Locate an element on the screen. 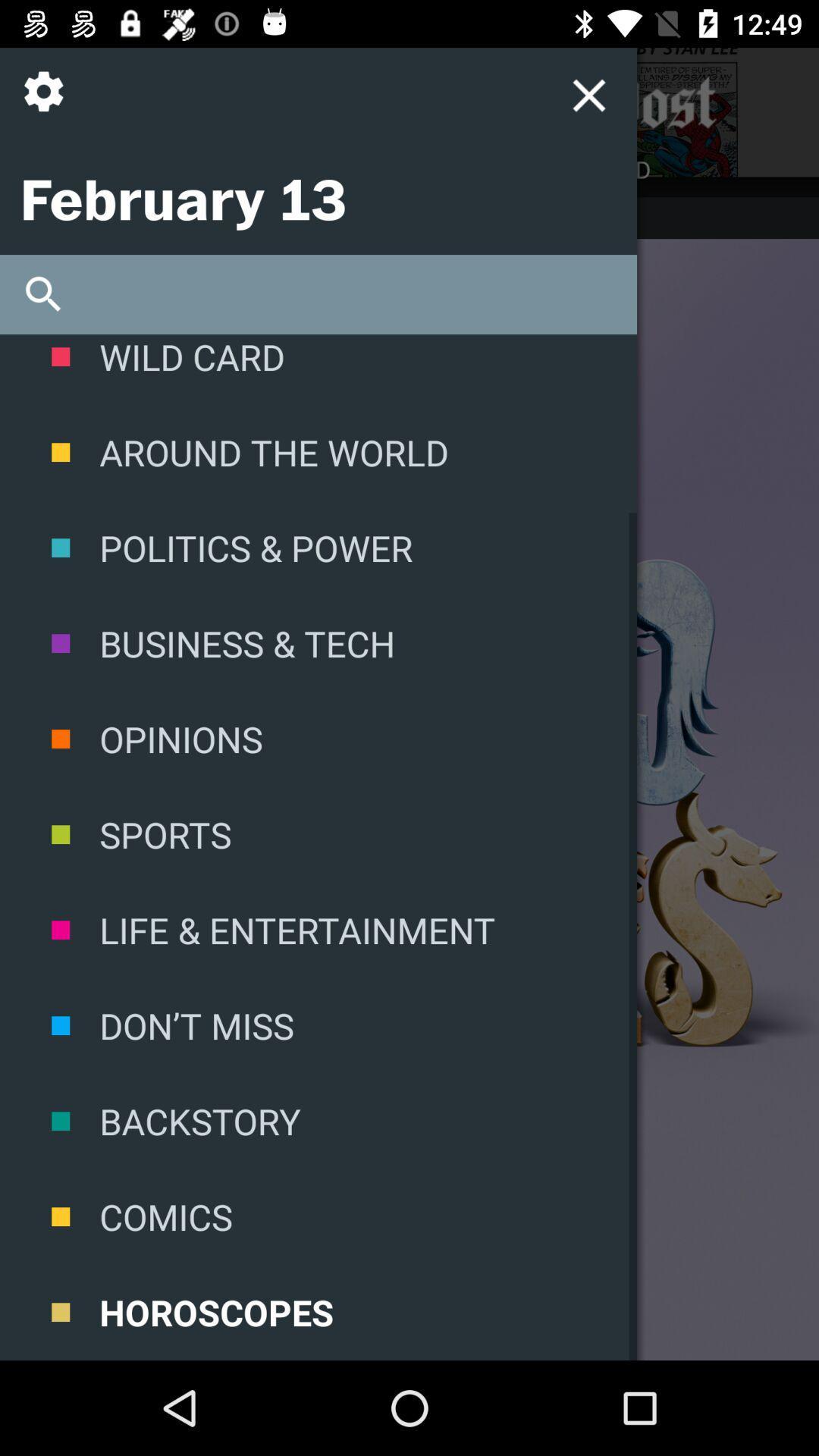 The image size is (819, 1456). the icon above comics item is located at coordinates (318, 1121).